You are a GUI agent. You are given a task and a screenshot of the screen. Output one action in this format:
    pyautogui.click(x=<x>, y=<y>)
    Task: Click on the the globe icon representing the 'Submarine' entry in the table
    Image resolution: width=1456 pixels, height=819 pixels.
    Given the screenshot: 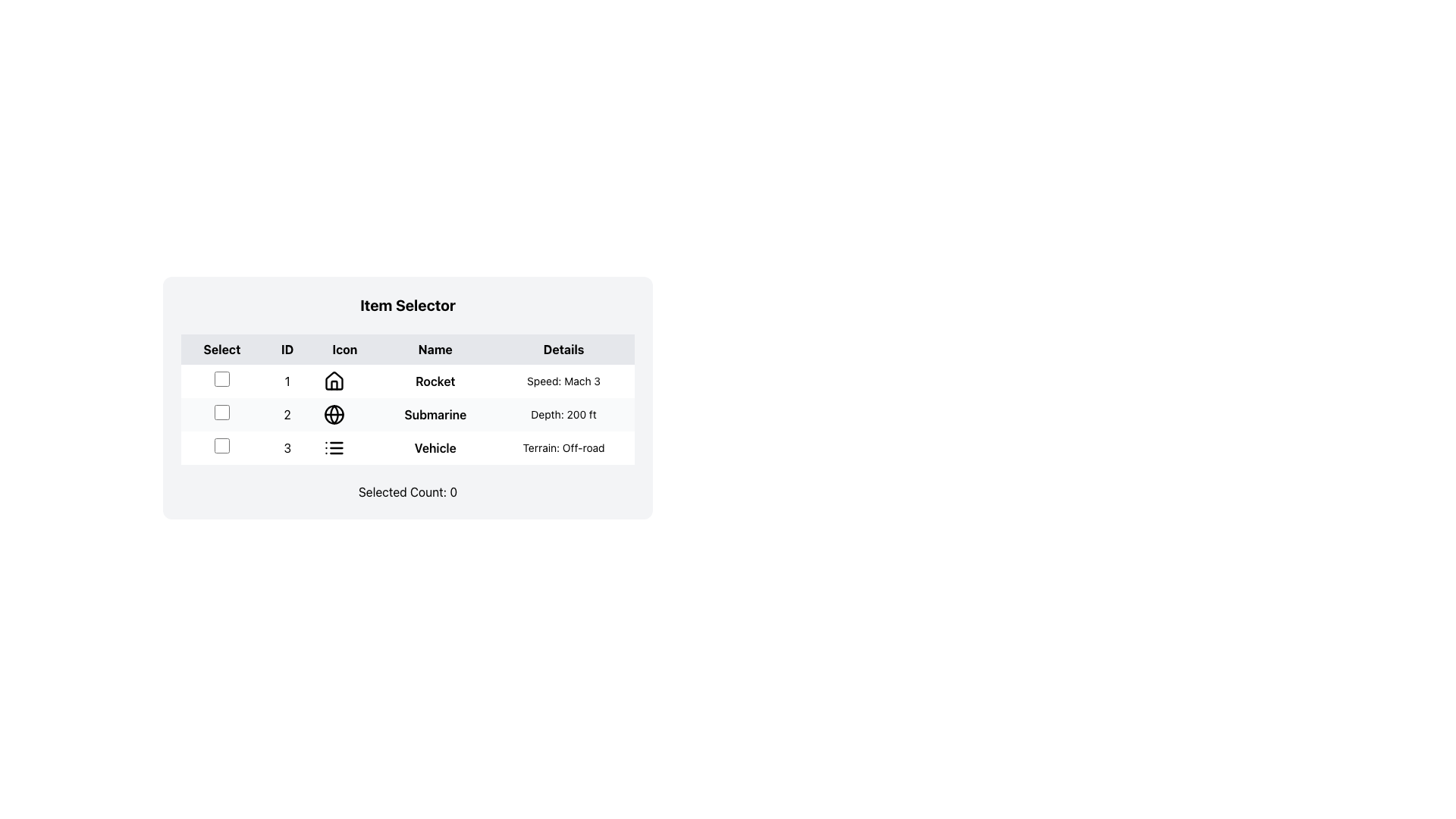 What is the action you would take?
    pyautogui.click(x=334, y=415)
    